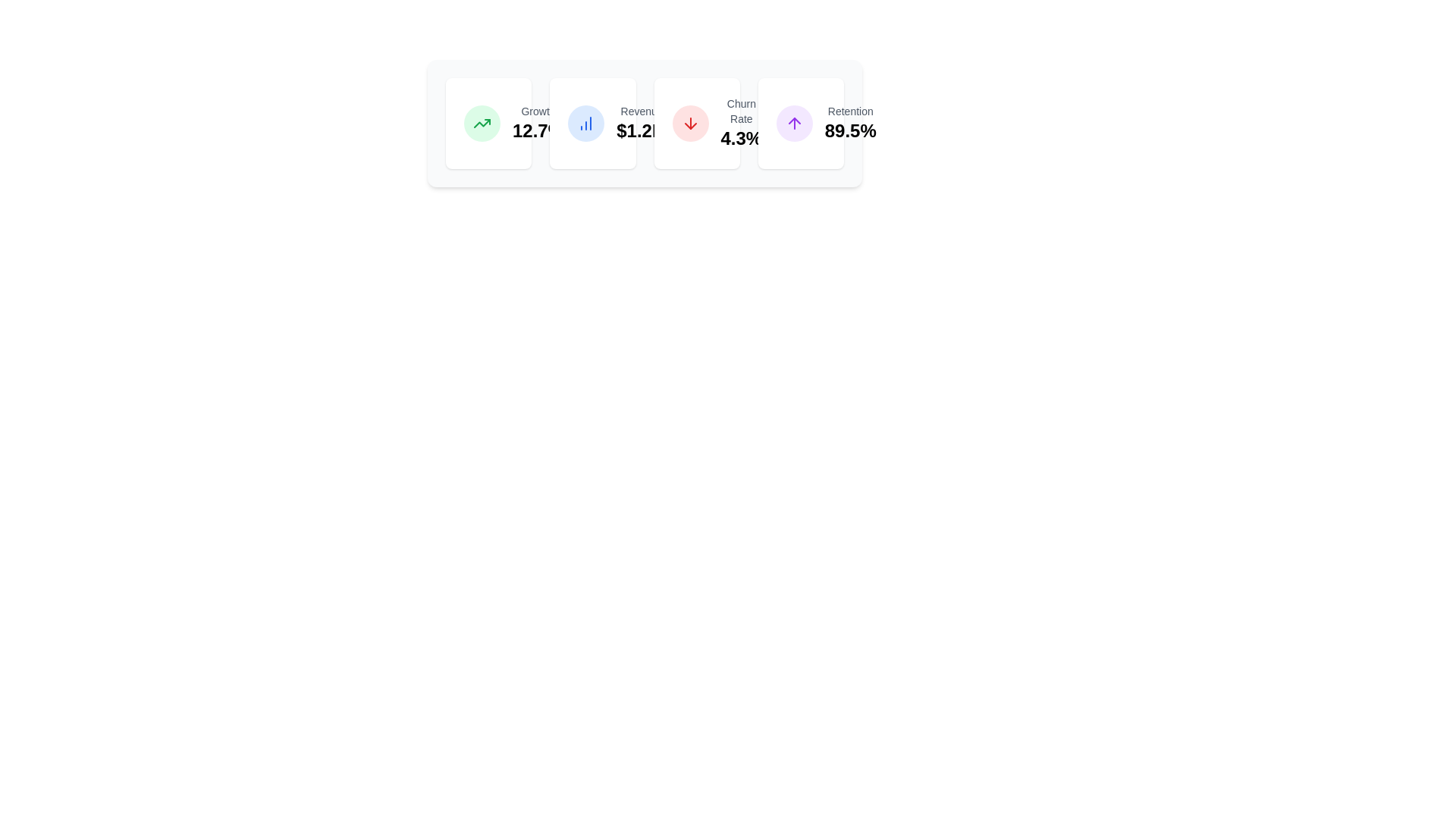 The width and height of the screenshot is (1456, 819). I want to click on value displayed in the prominent text element showing '4.3%' within the Churn Rate card, which is positioned below the label 'Churn Rate', so click(741, 138).